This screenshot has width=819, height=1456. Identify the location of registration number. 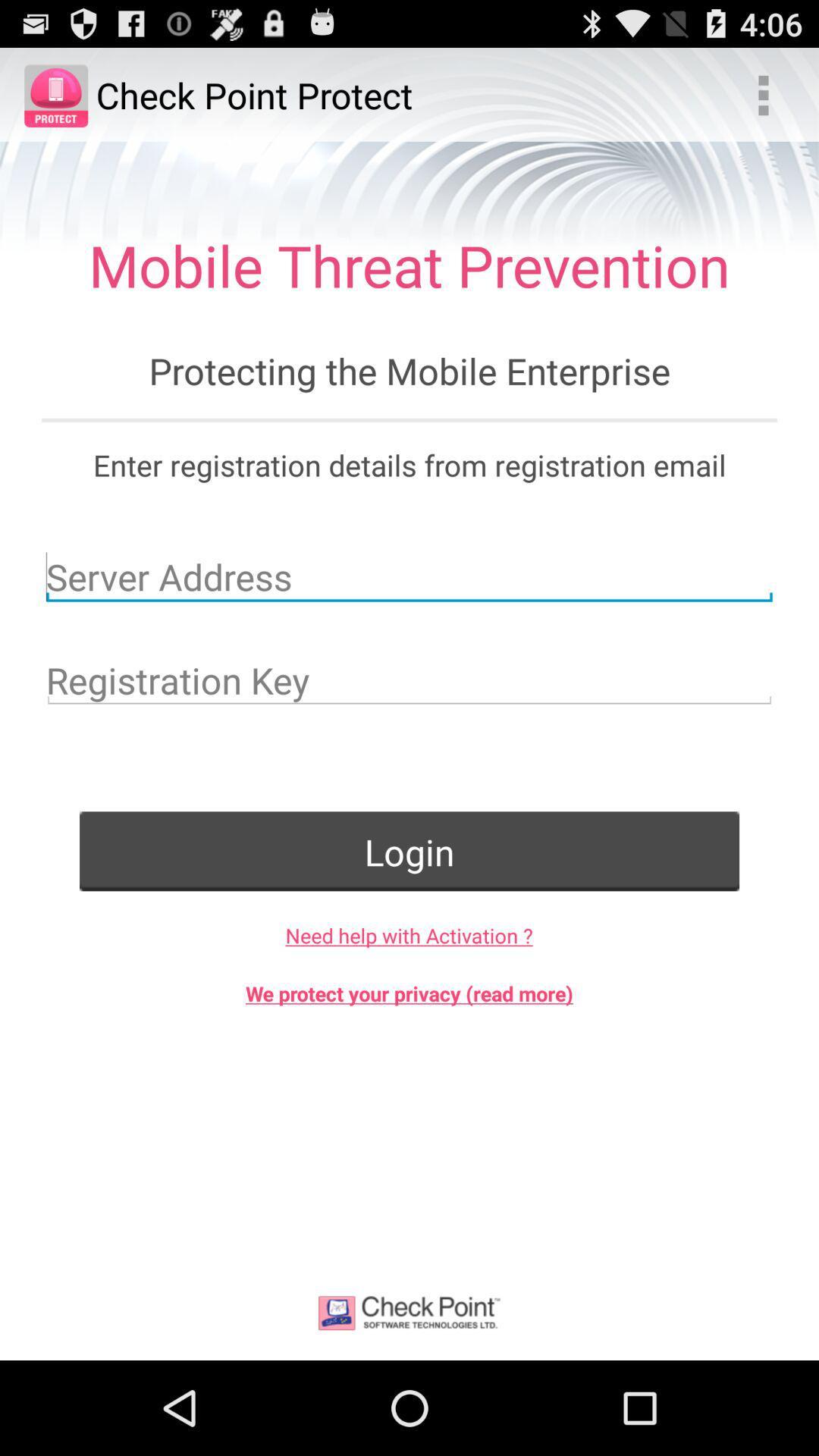
(409, 679).